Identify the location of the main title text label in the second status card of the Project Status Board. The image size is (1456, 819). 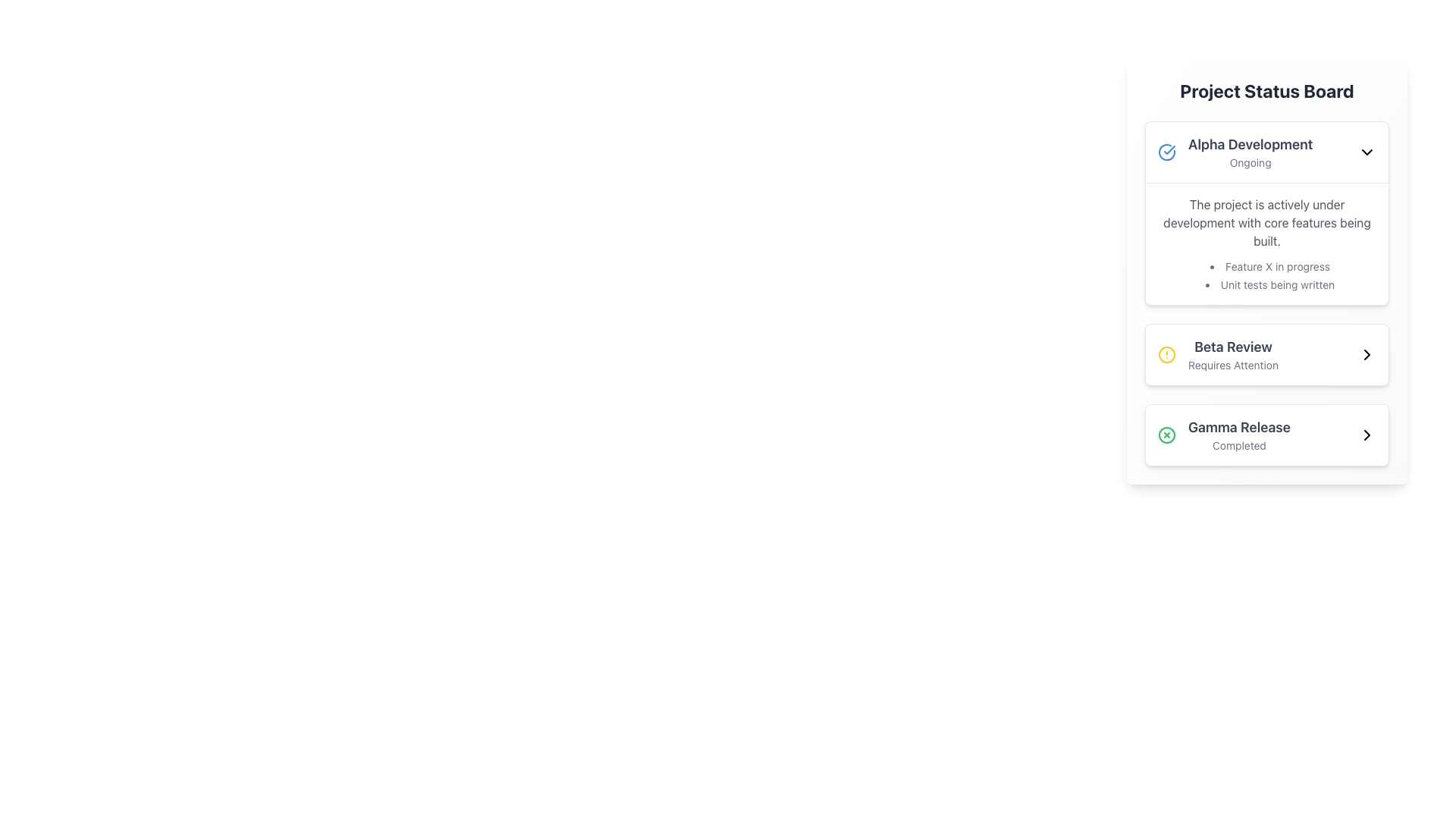
(1233, 347).